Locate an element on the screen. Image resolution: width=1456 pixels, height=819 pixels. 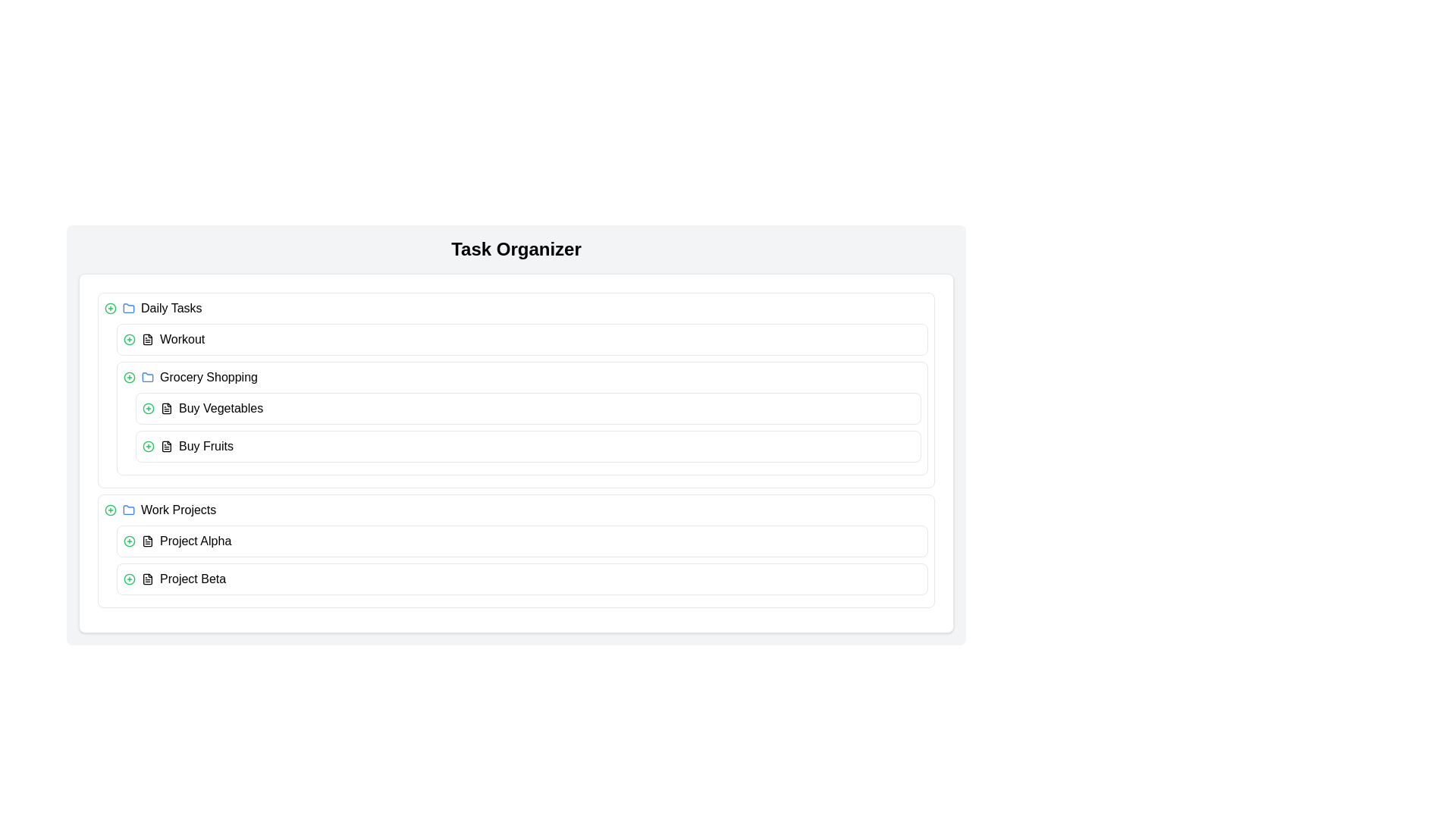
the icon representing the 'Workout' task in the Daily Tasks list, which is the second icon in that section, located to the left of the 'Workout' label is located at coordinates (148, 338).